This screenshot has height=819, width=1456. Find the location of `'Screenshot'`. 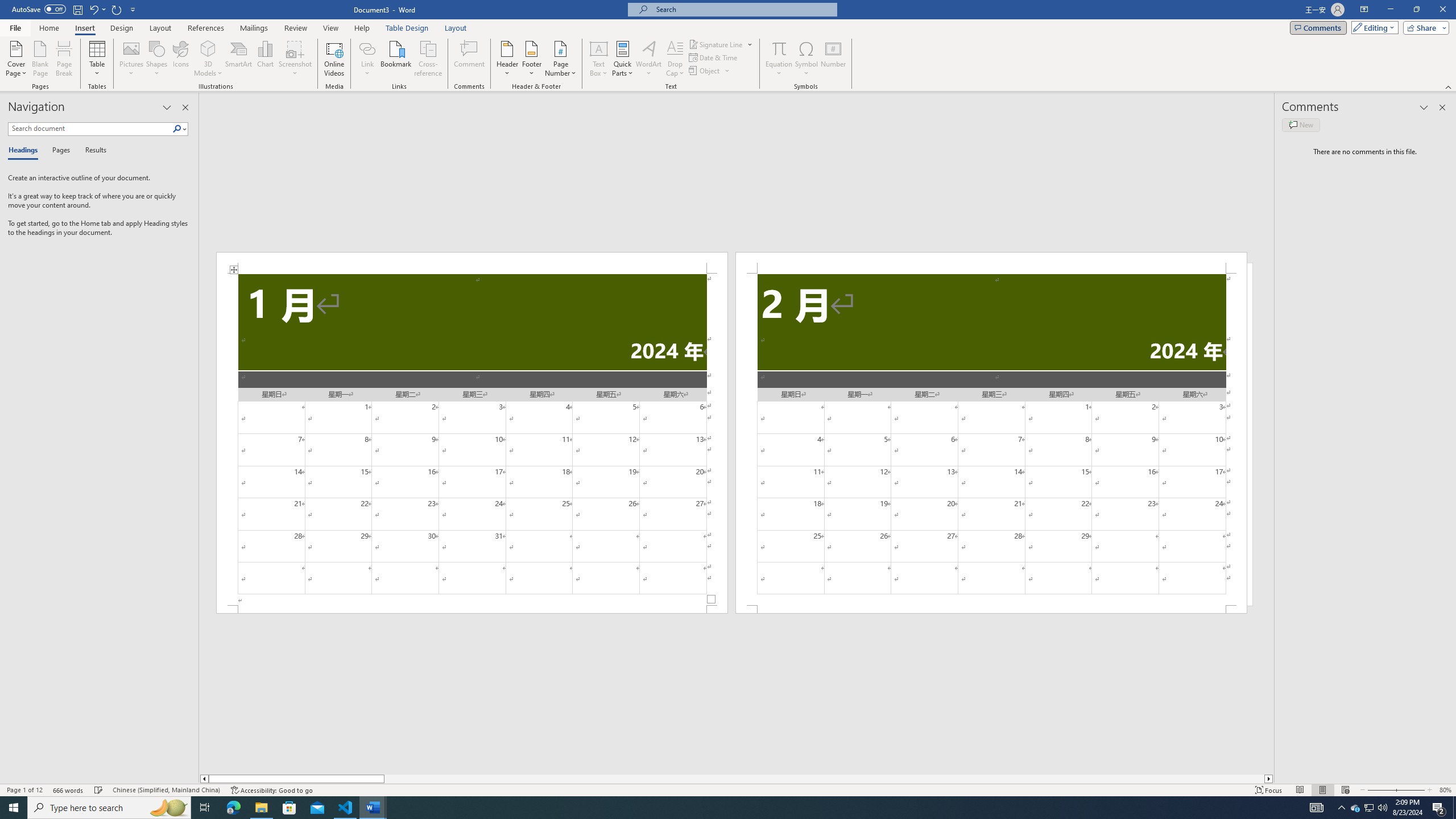

'Screenshot' is located at coordinates (295, 59).